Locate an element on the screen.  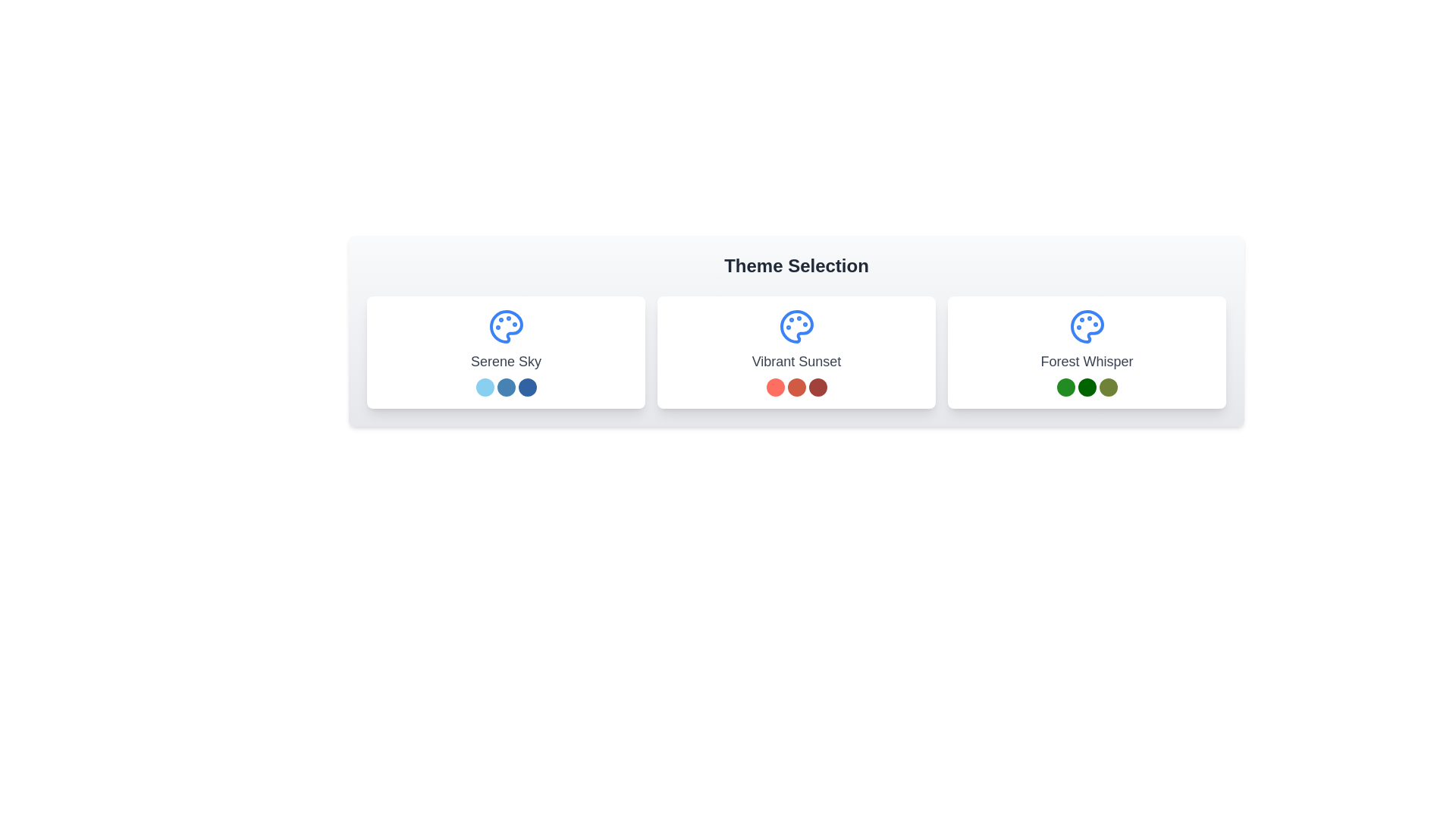
the 'Vibrant Sunset' theme text label located in the central panel of the 'Theme Selection' section, positioned below the palette icon and above the series of colored dots is located at coordinates (795, 362).